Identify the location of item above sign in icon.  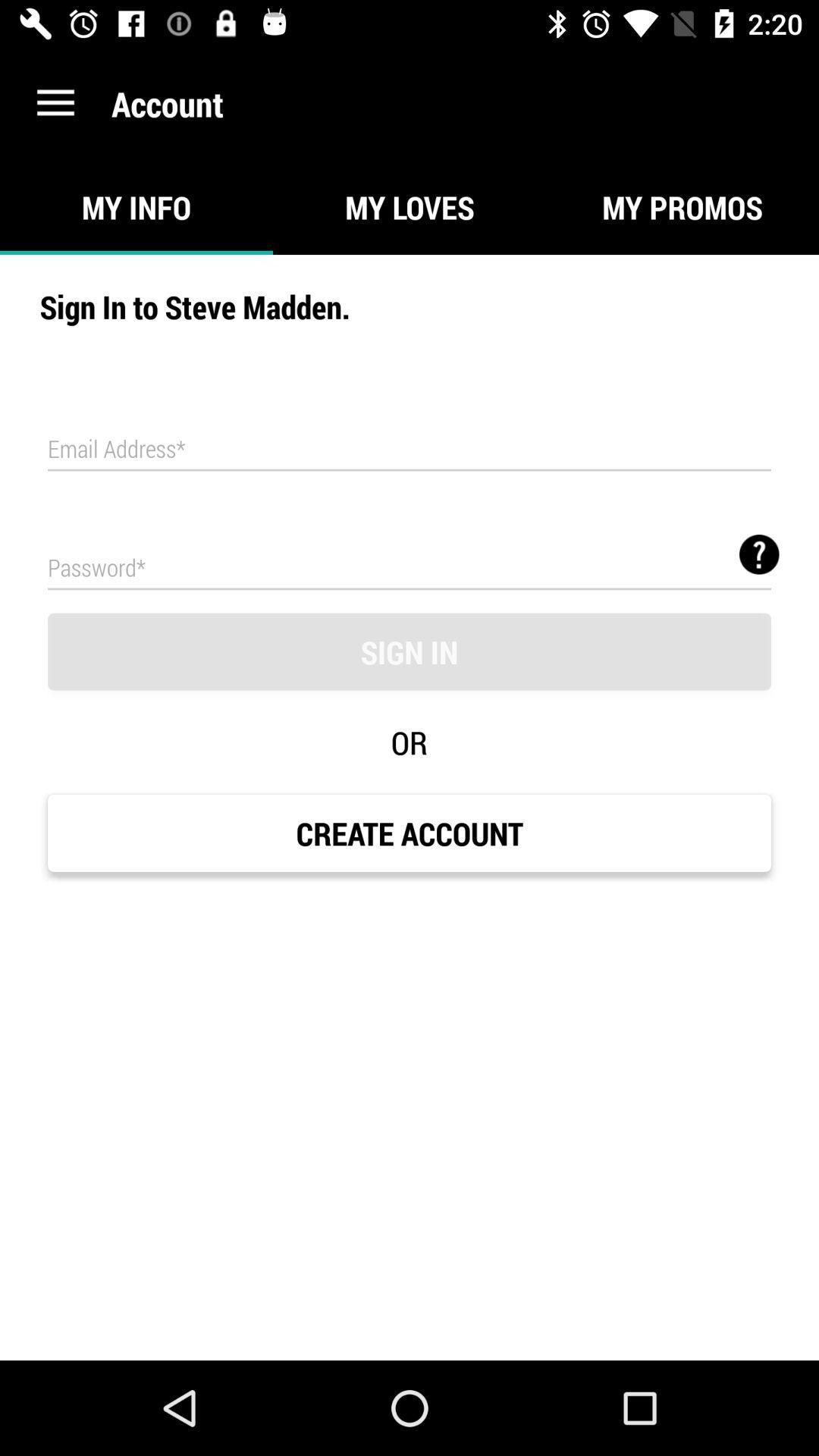
(759, 554).